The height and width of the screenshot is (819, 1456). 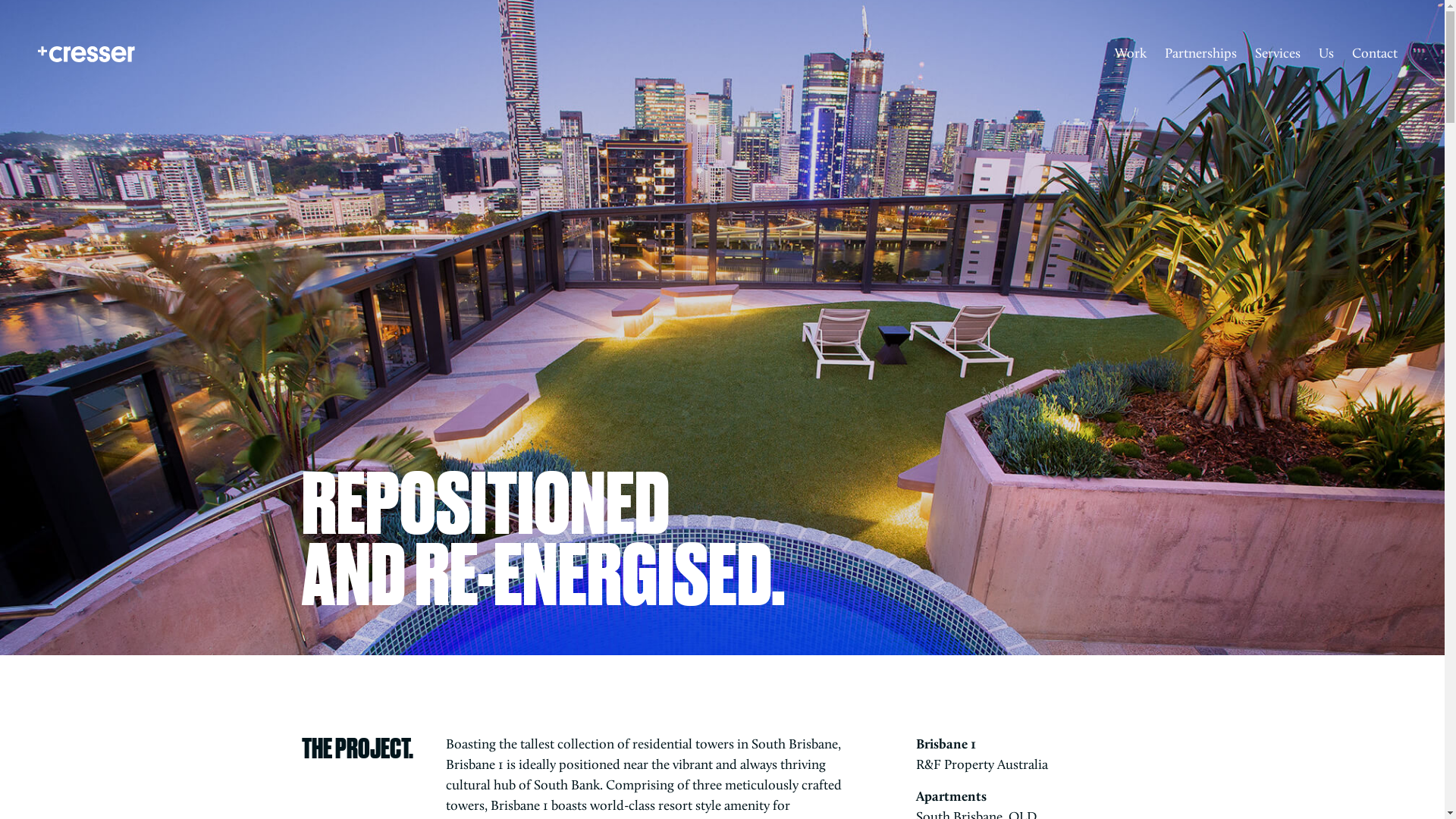 I want to click on 'Partnerships', so click(x=1200, y=53).